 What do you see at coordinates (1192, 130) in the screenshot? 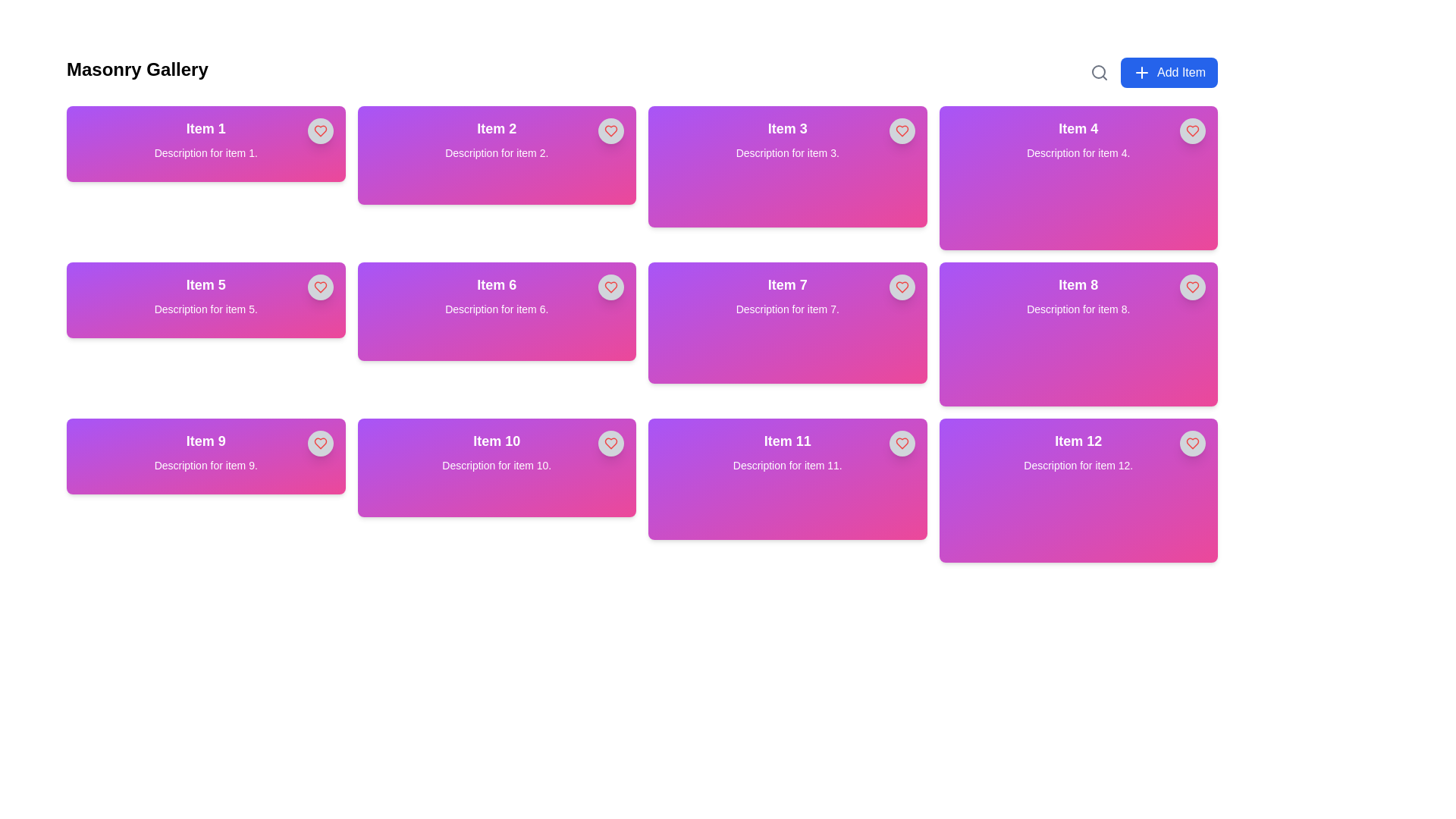
I see `the heart-shaped icon in the top-right corner of the card labeled 'Item 4' to favorite or like the associated item` at bounding box center [1192, 130].